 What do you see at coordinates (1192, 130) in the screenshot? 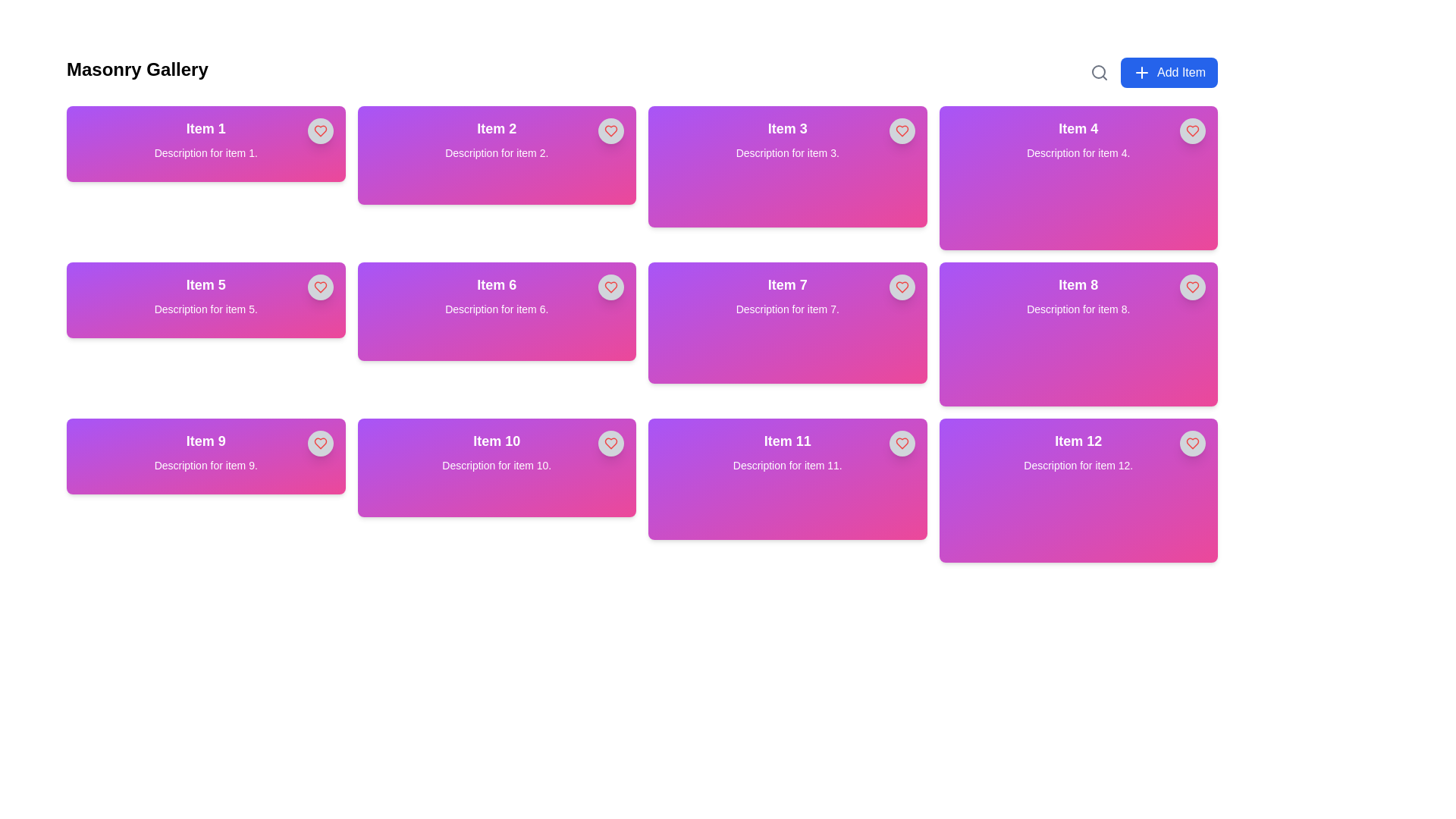
I see `the heart-shaped icon in the top-right corner of the card labeled 'Item 4' to favorite or like the associated item` at bounding box center [1192, 130].